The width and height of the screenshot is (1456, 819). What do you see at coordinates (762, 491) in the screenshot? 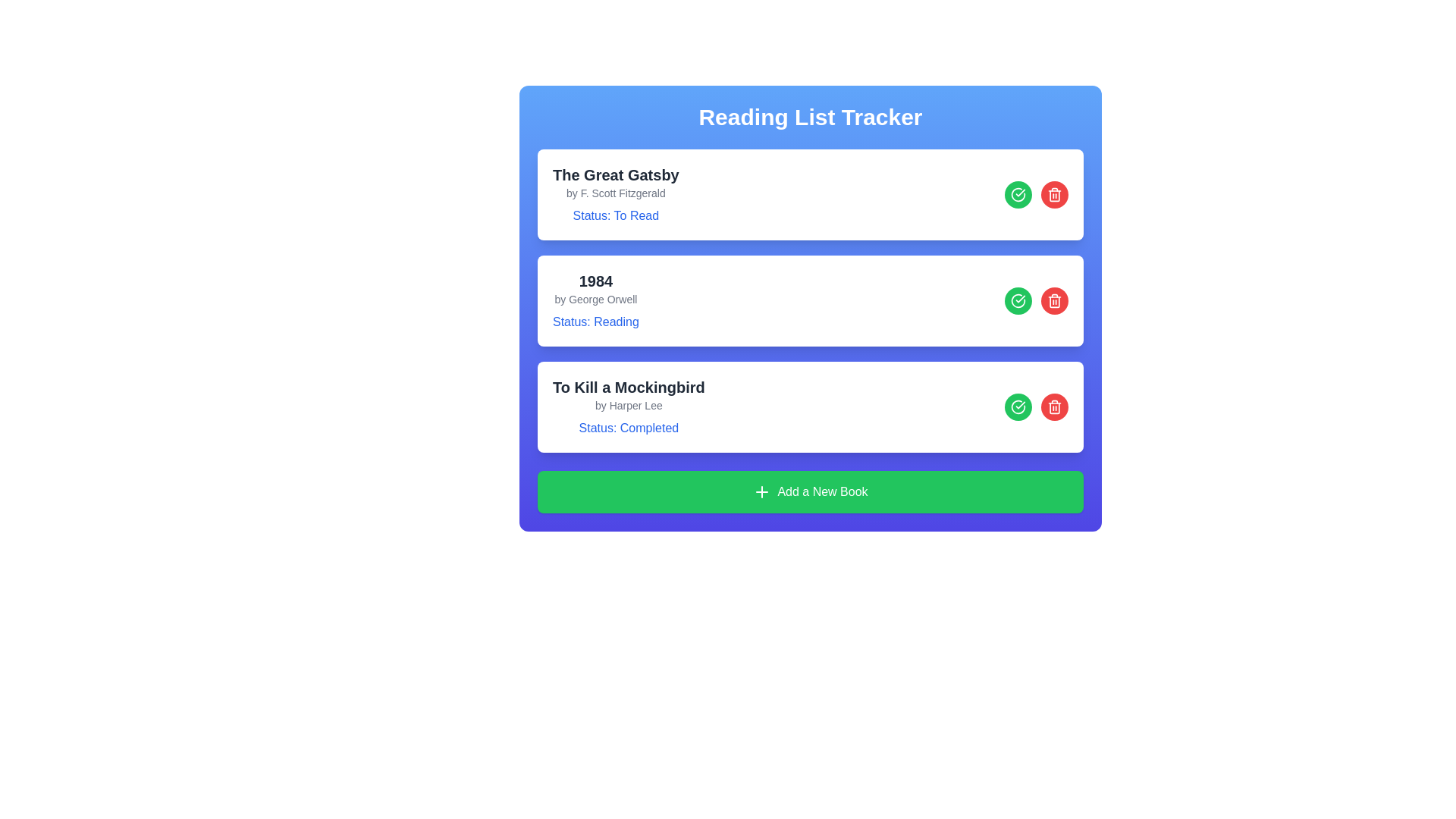
I see `the small plus icon within the green button labeled 'Add a New Book' for potential icon-specific feedback` at bounding box center [762, 491].